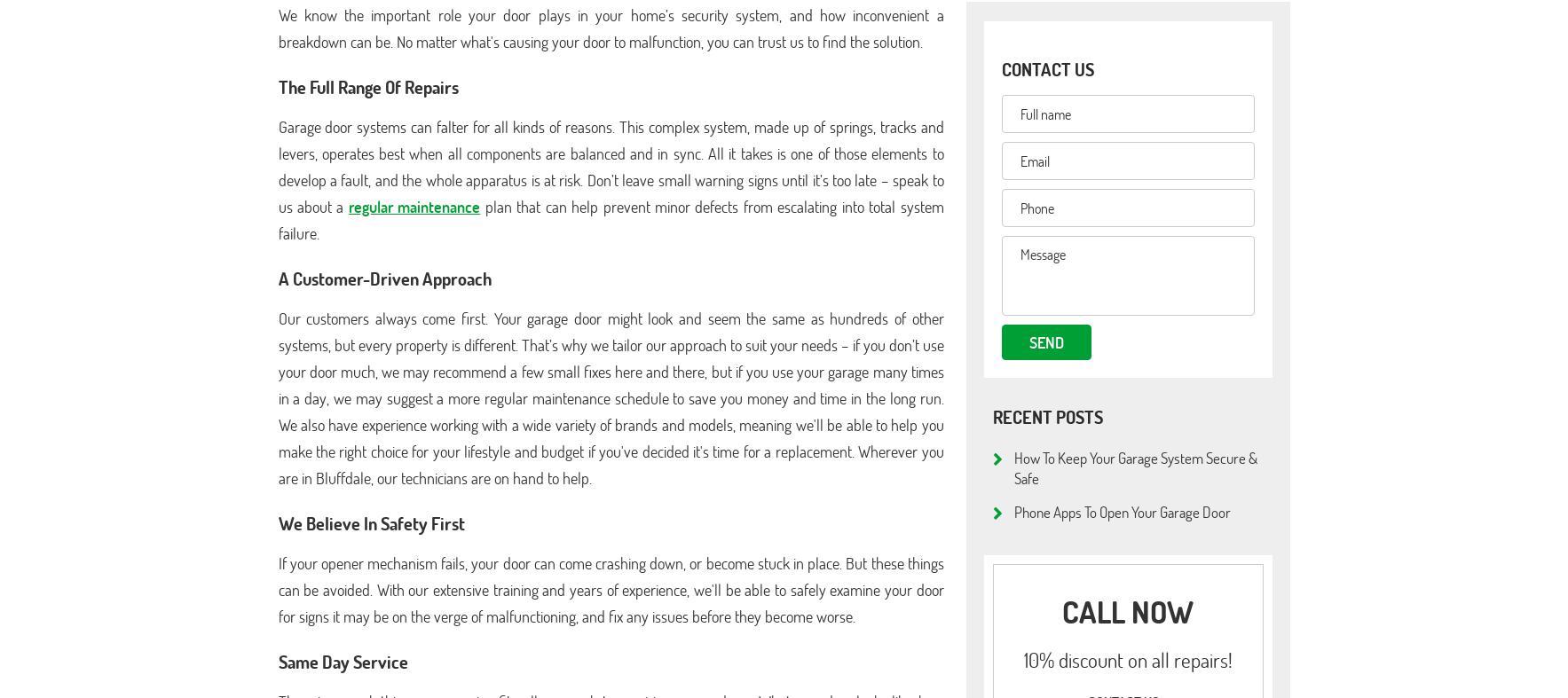  What do you see at coordinates (991, 416) in the screenshot?
I see `'Recent posts'` at bounding box center [991, 416].